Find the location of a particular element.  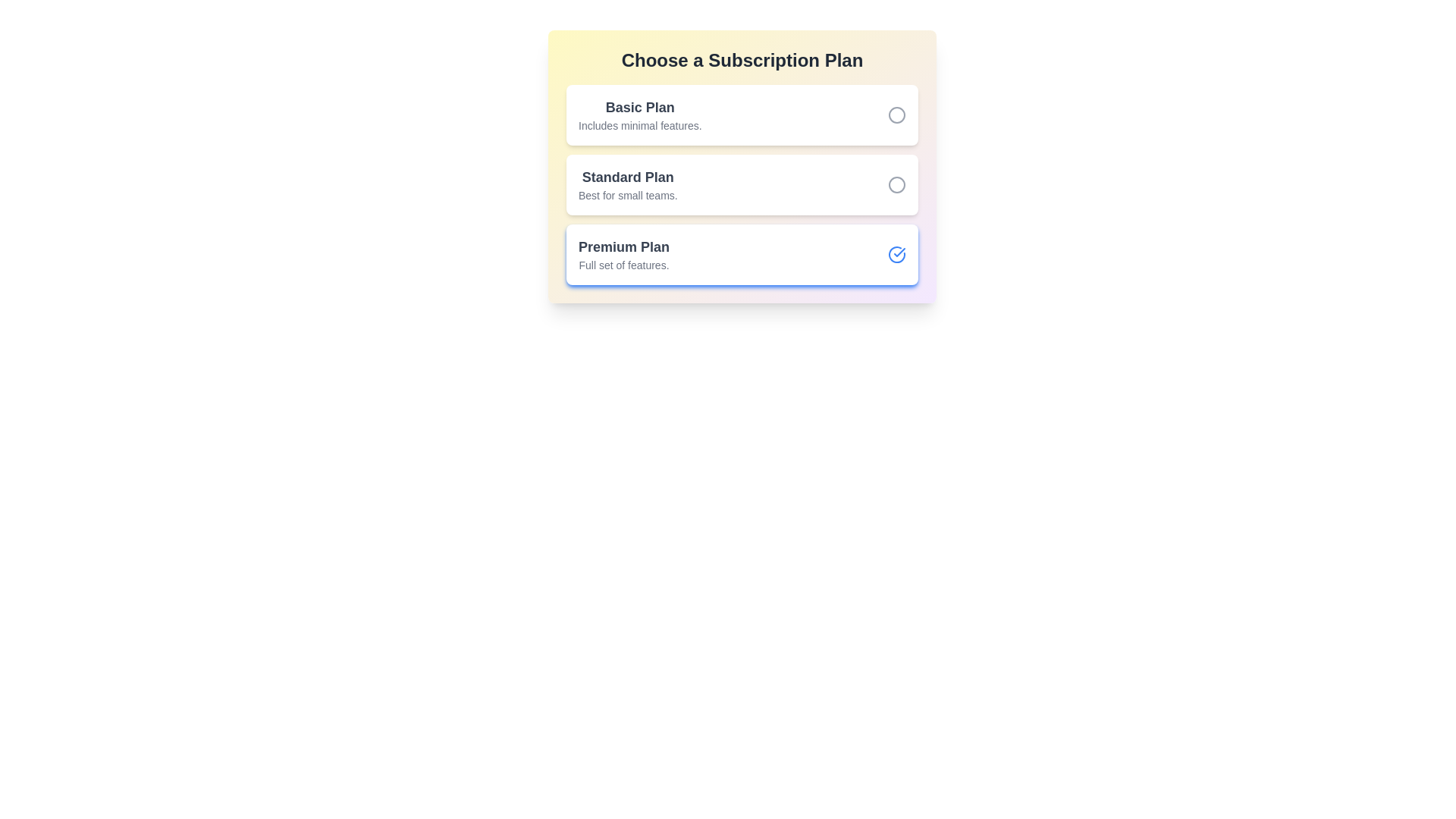

the subscription plan Basic Plan by clicking its corresponding button is located at coordinates (896, 114).